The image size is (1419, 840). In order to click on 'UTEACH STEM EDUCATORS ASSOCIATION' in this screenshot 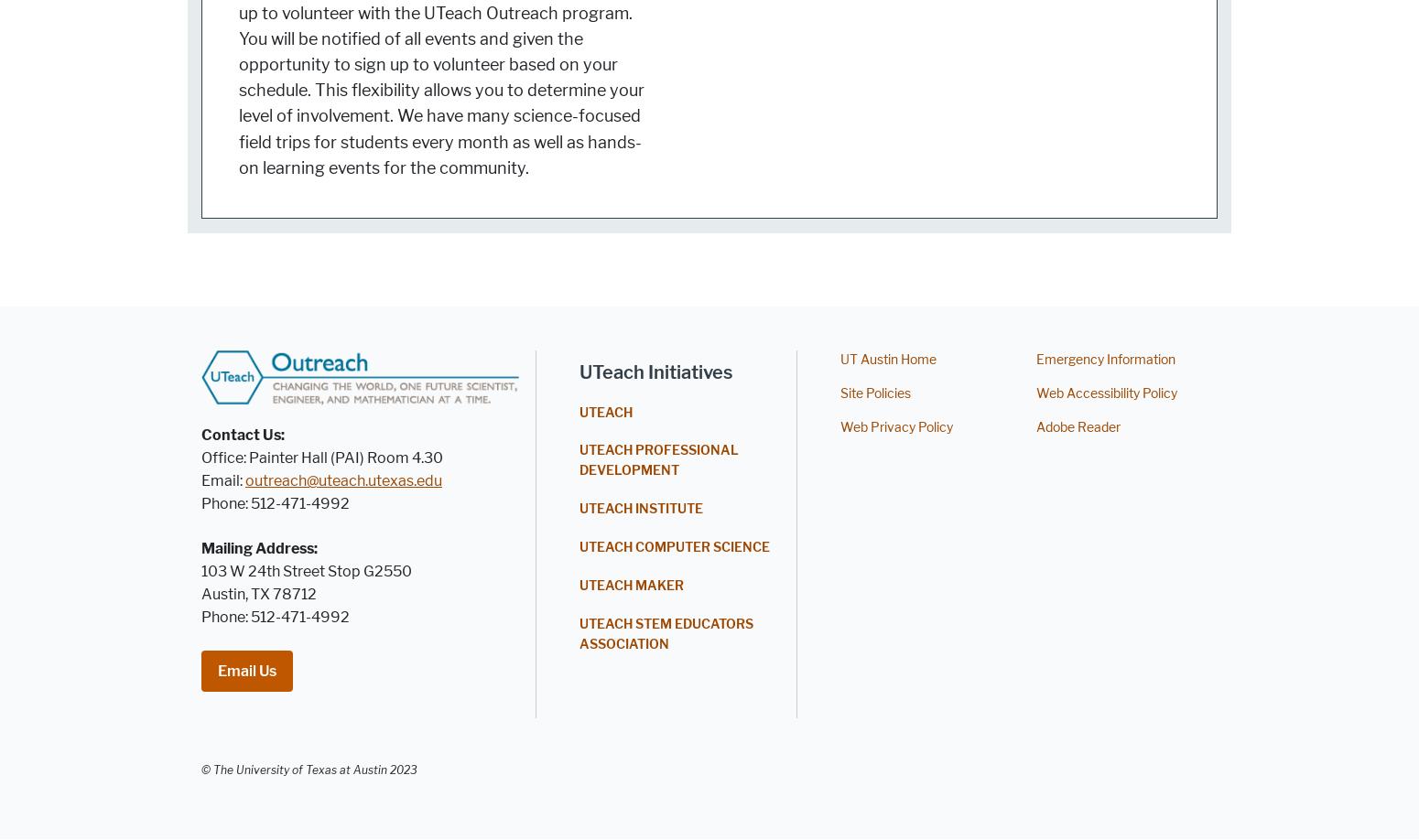, I will do `click(666, 632)`.